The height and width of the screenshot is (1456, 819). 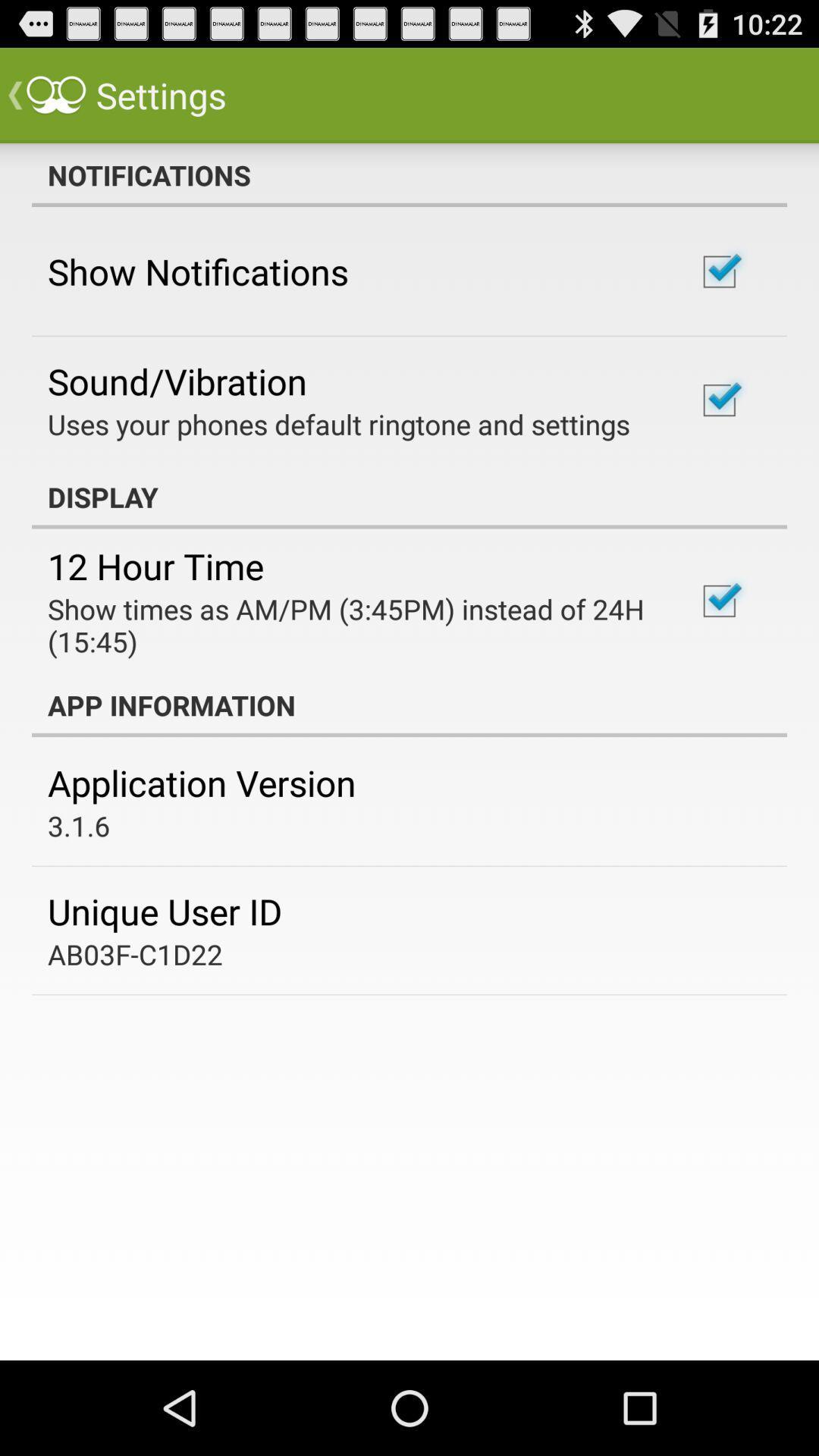 I want to click on item above app information item, so click(x=351, y=625).